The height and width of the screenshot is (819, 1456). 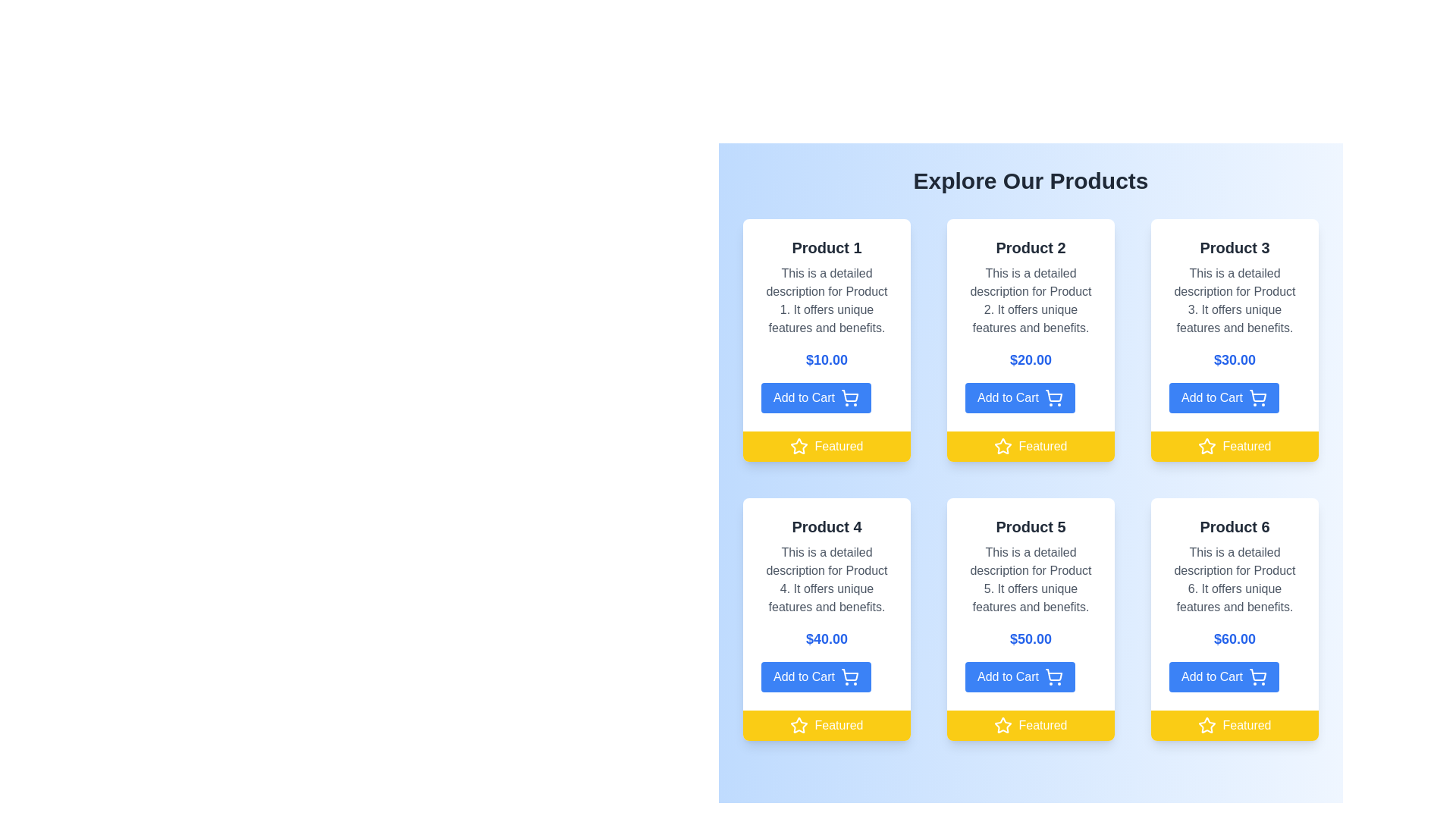 What do you see at coordinates (1031, 301) in the screenshot?
I see `the text label displaying the description for 'Product 2', which is positioned below the title and above the price label` at bounding box center [1031, 301].